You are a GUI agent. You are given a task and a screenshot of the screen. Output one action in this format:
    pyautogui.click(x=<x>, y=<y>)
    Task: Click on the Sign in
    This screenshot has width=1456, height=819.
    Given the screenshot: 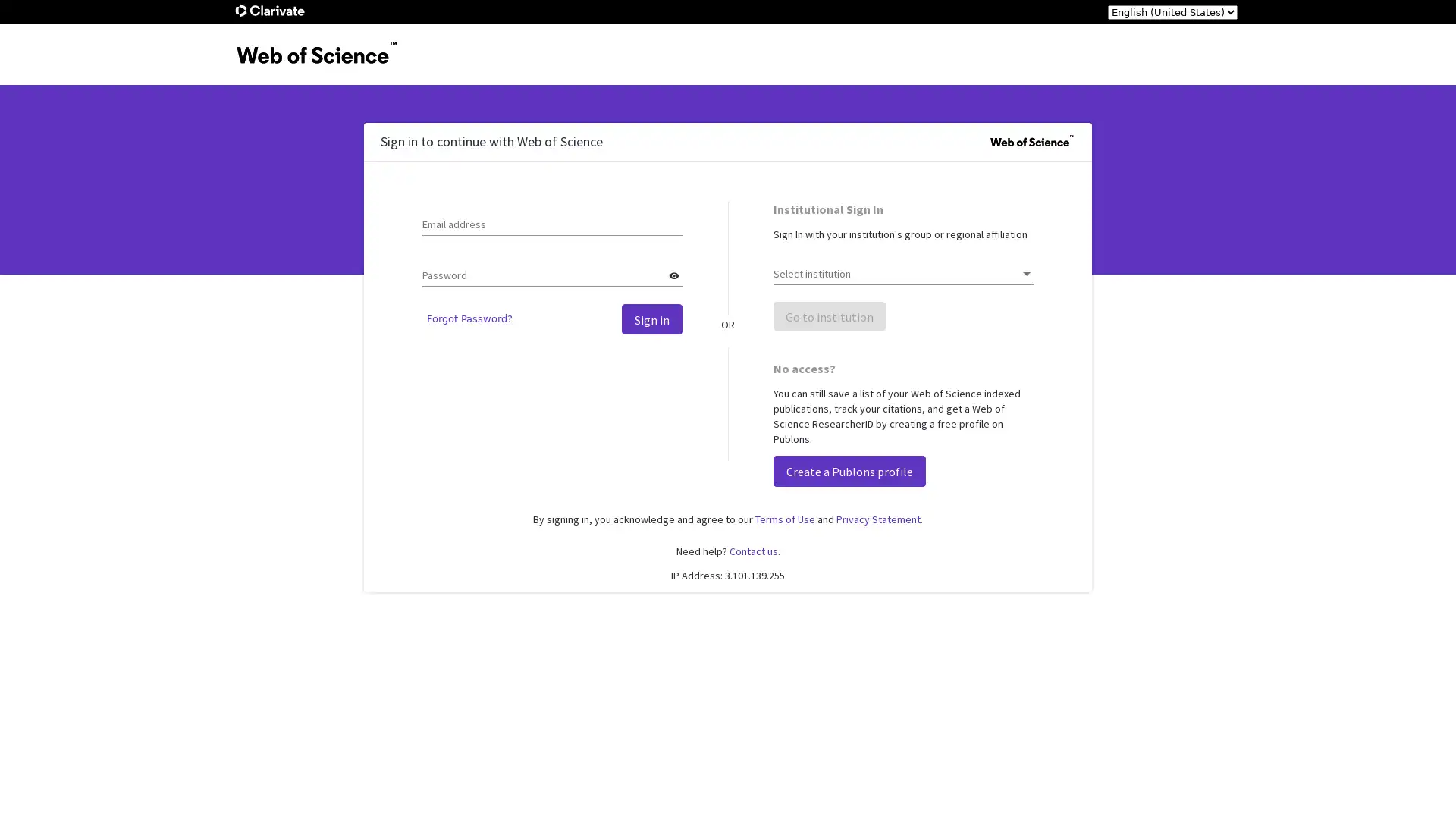 What is the action you would take?
    pyautogui.click(x=651, y=318)
    